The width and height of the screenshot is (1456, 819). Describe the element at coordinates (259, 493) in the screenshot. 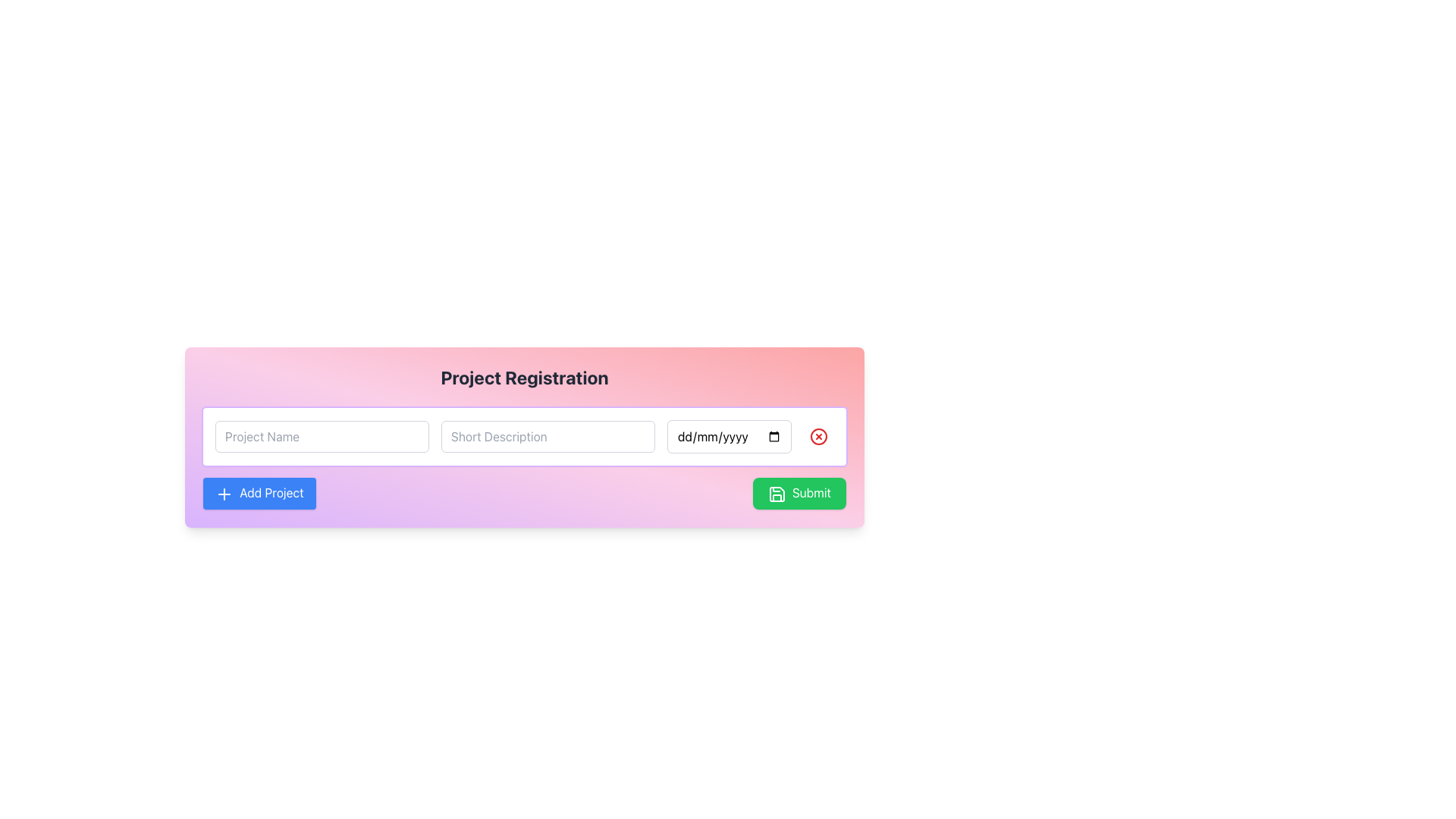

I see `the 'Add New Project' button located at the lower-left corner of the button group to initiate adding a project` at that location.